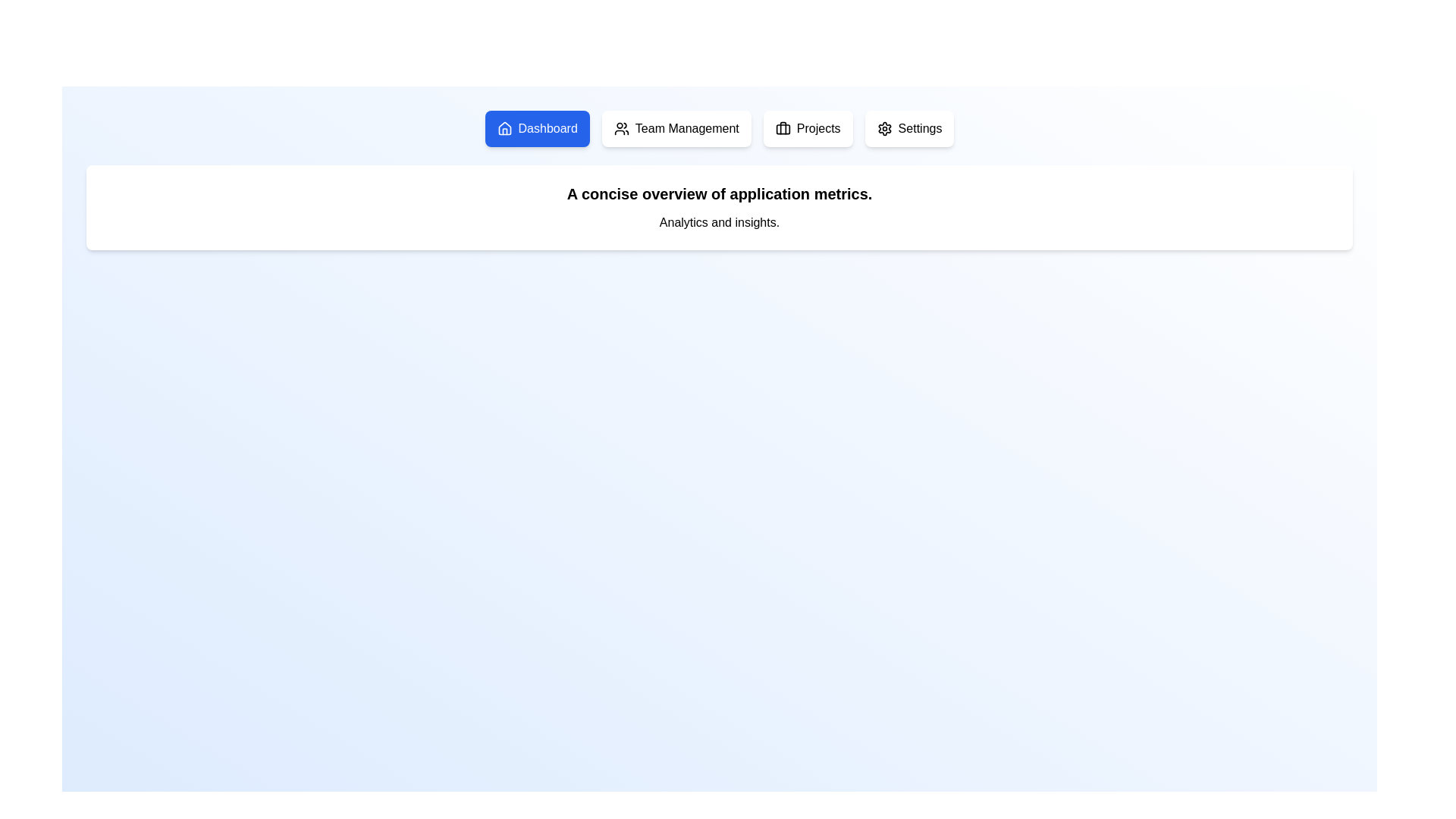  Describe the element at coordinates (547, 127) in the screenshot. I see `the 'Dashboard' text label, which is displayed in white within a rounded rectangle with a blue background, to focus or navigate` at that location.